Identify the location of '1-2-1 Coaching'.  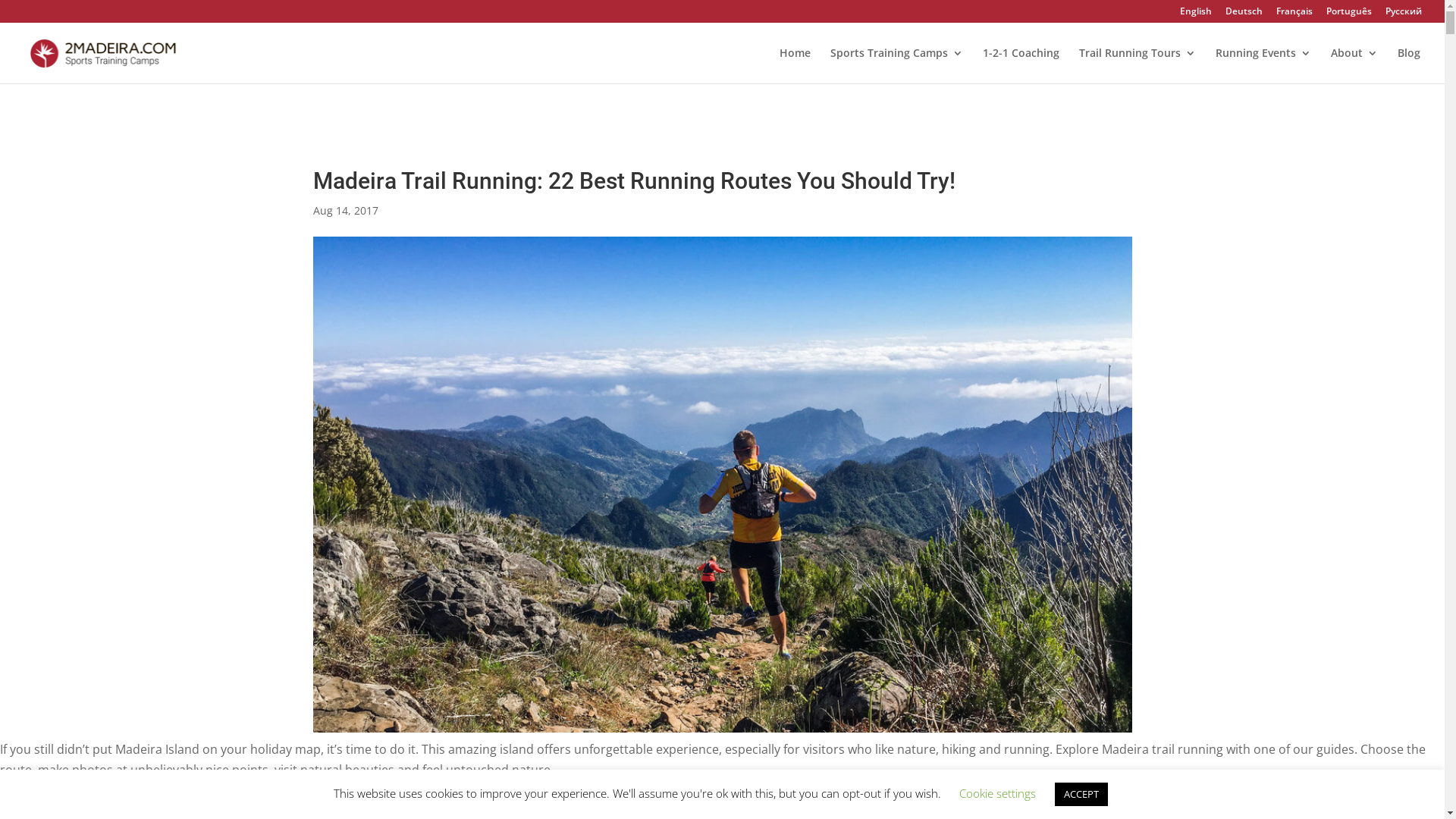
(1021, 64).